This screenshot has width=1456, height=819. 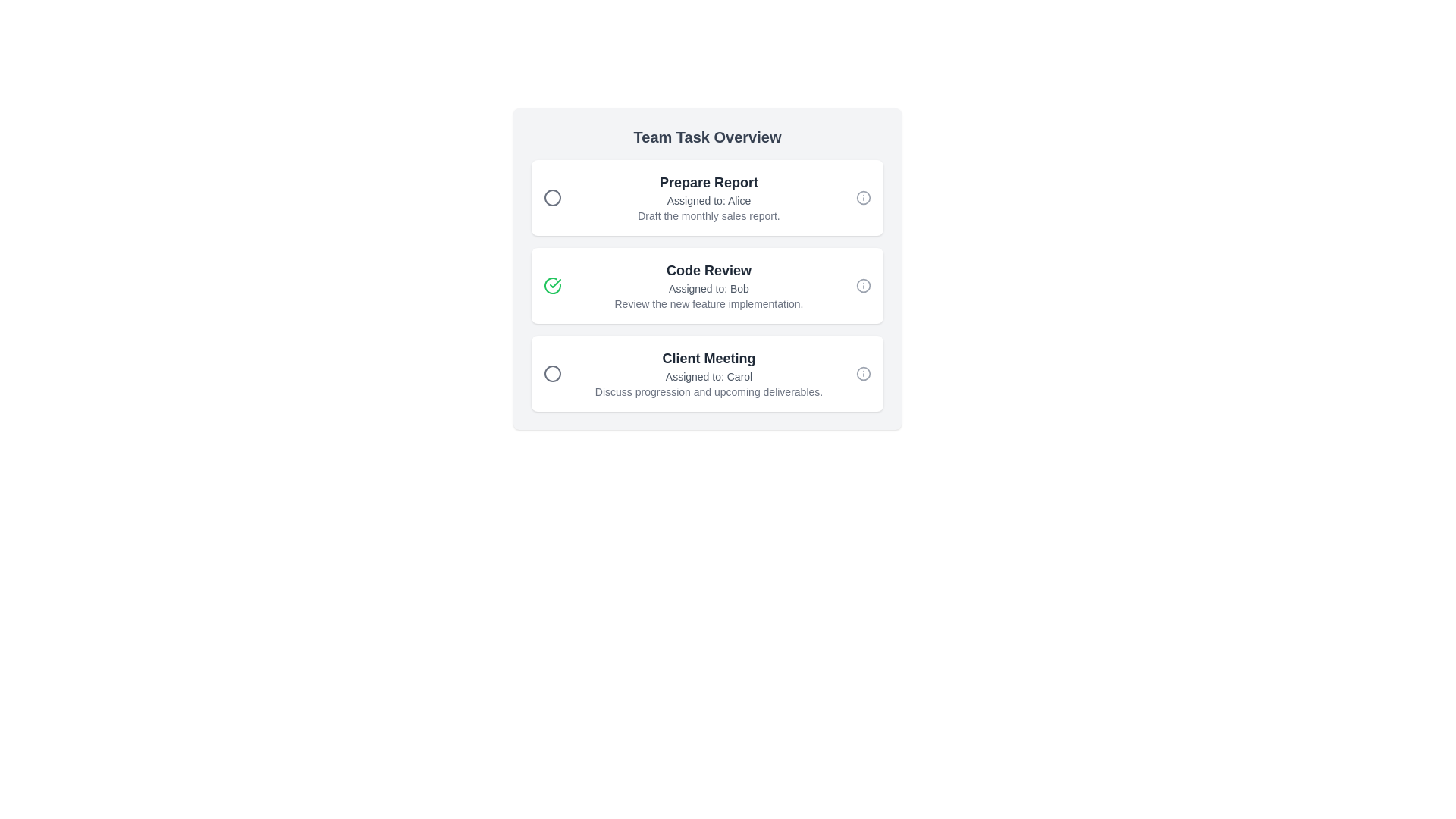 What do you see at coordinates (708, 304) in the screenshot?
I see `the line of text that reads 'Review the new feature implementation.' styled with a small font size and gray coloring, located in the 'Code Review' section below 'Assigned to: Bob'` at bounding box center [708, 304].